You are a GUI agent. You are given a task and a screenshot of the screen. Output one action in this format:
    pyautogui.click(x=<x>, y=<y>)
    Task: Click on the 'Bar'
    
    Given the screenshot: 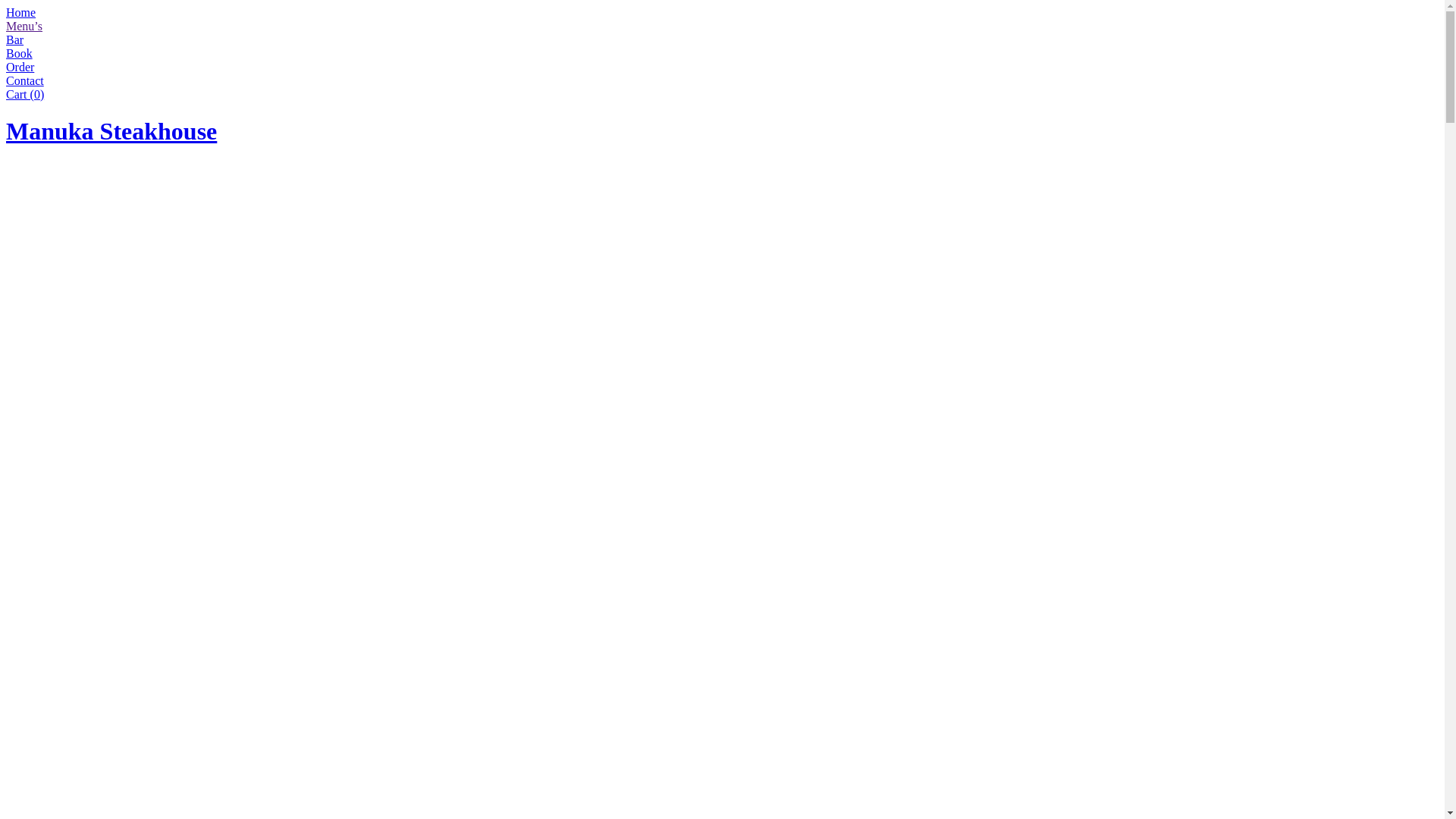 What is the action you would take?
    pyautogui.click(x=14, y=39)
    